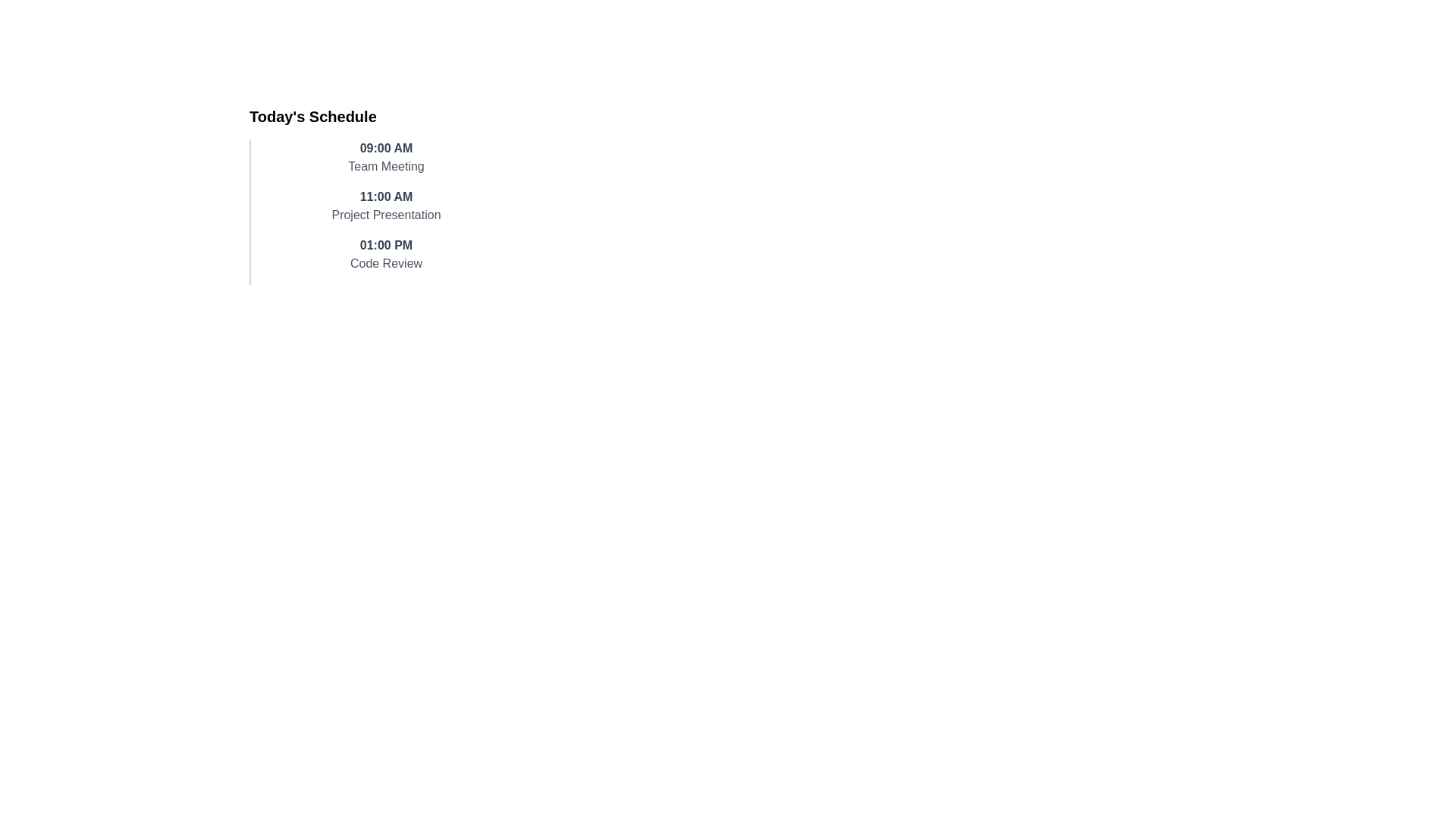  Describe the element at coordinates (386, 196) in the screenshot. I see `the static text displaying '11:00 AM' in the schedule listing, which is styled with a bold font and gray color` at that location.